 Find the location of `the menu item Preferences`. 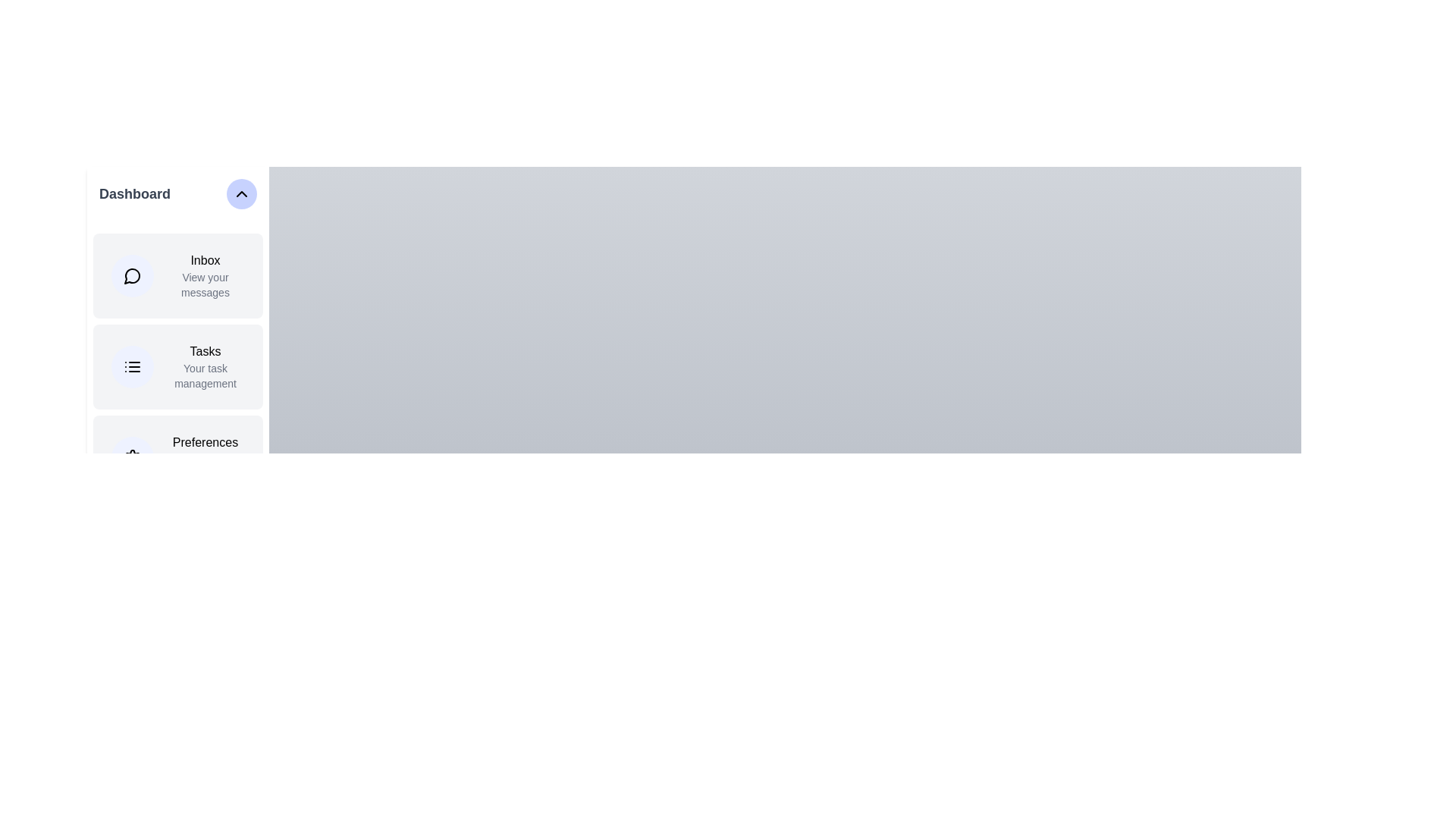

the menu item Preferences is located at coordinates (178, 457).